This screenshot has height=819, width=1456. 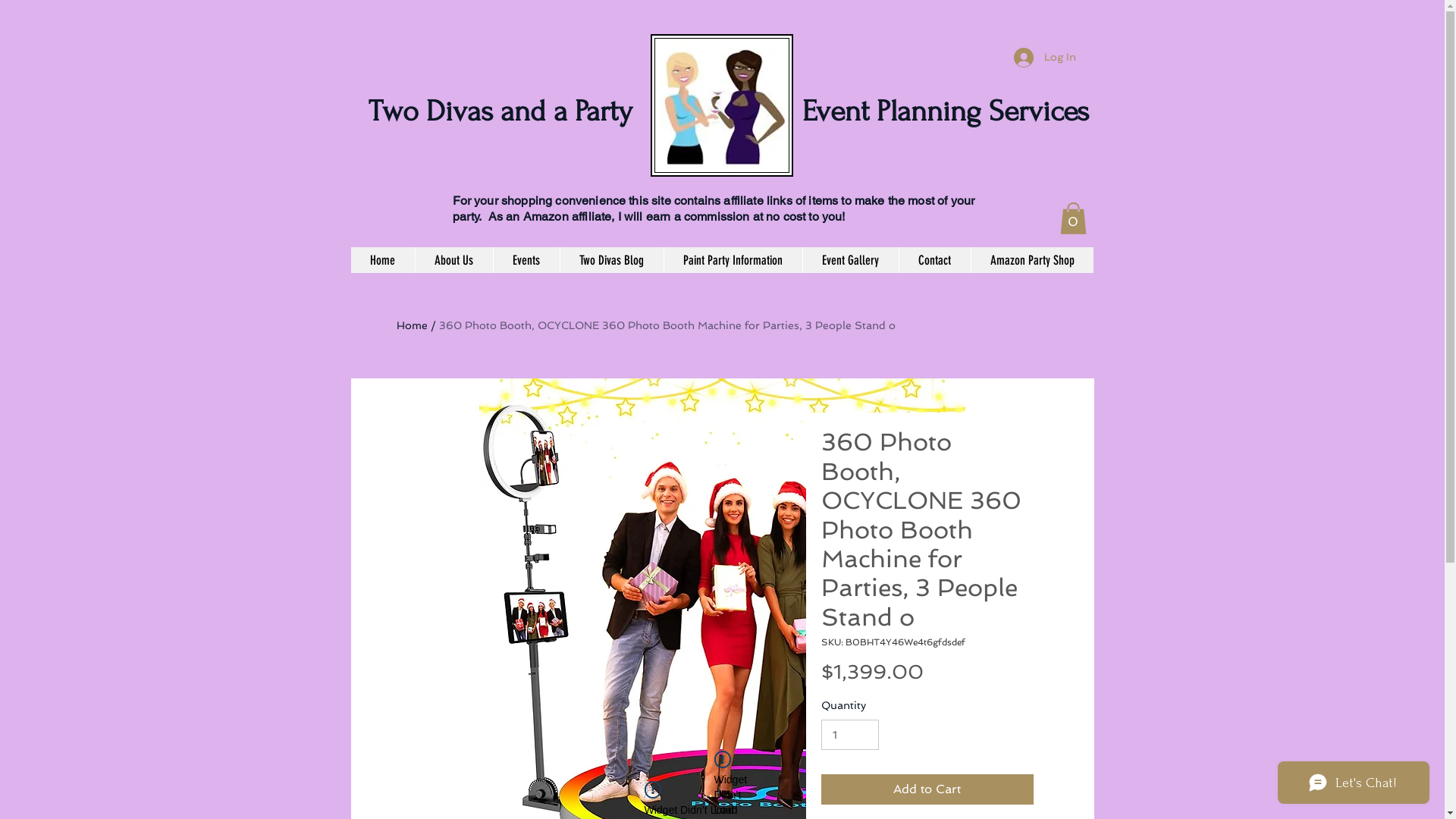 What do you see at coordinates (1031, 259) in the screenshot?
I see `'Amazon Party Shop'` at bounding box center [1031, 259].